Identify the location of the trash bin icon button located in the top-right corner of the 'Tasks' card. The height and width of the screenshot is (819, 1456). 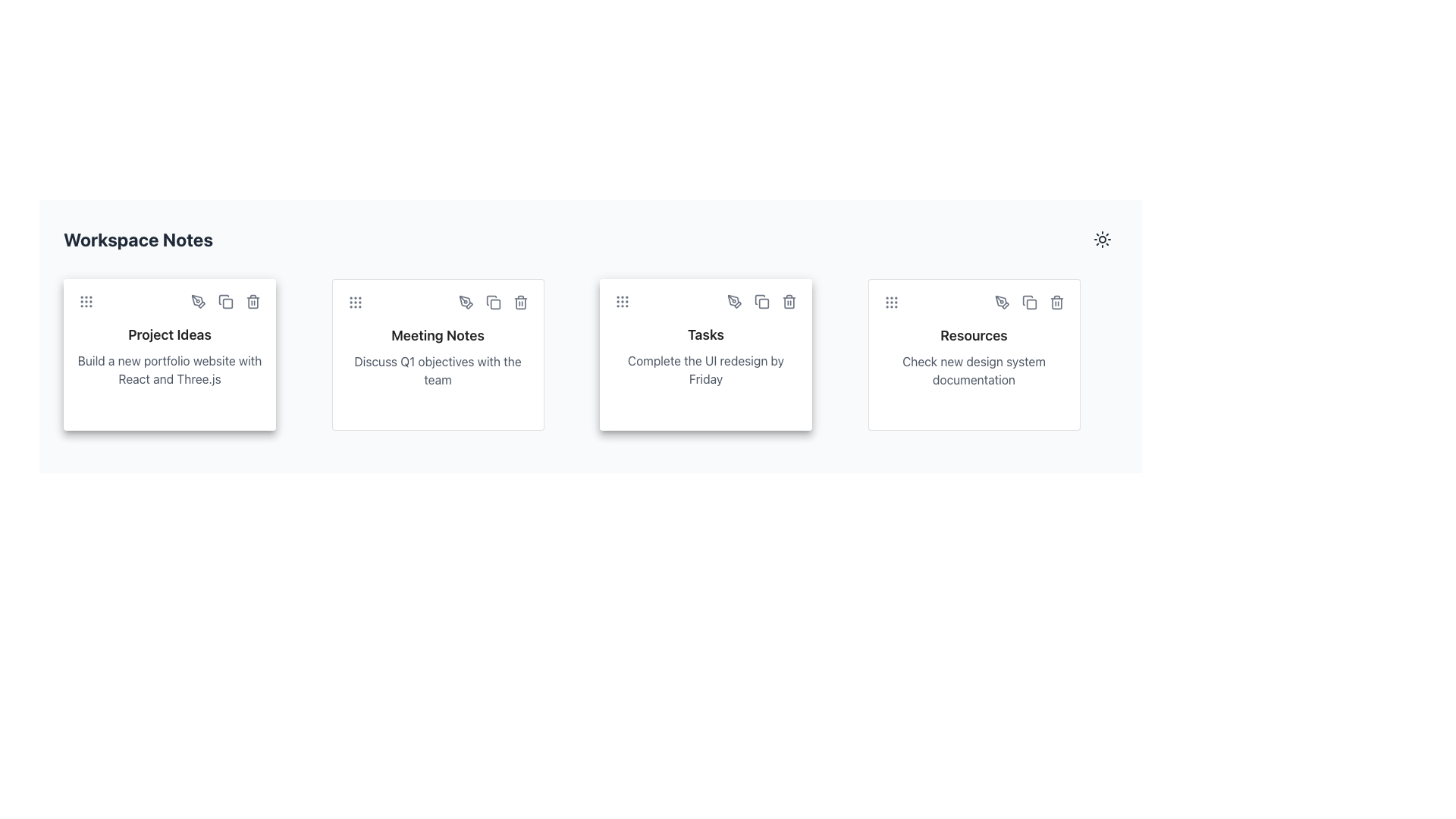
(789, 301).